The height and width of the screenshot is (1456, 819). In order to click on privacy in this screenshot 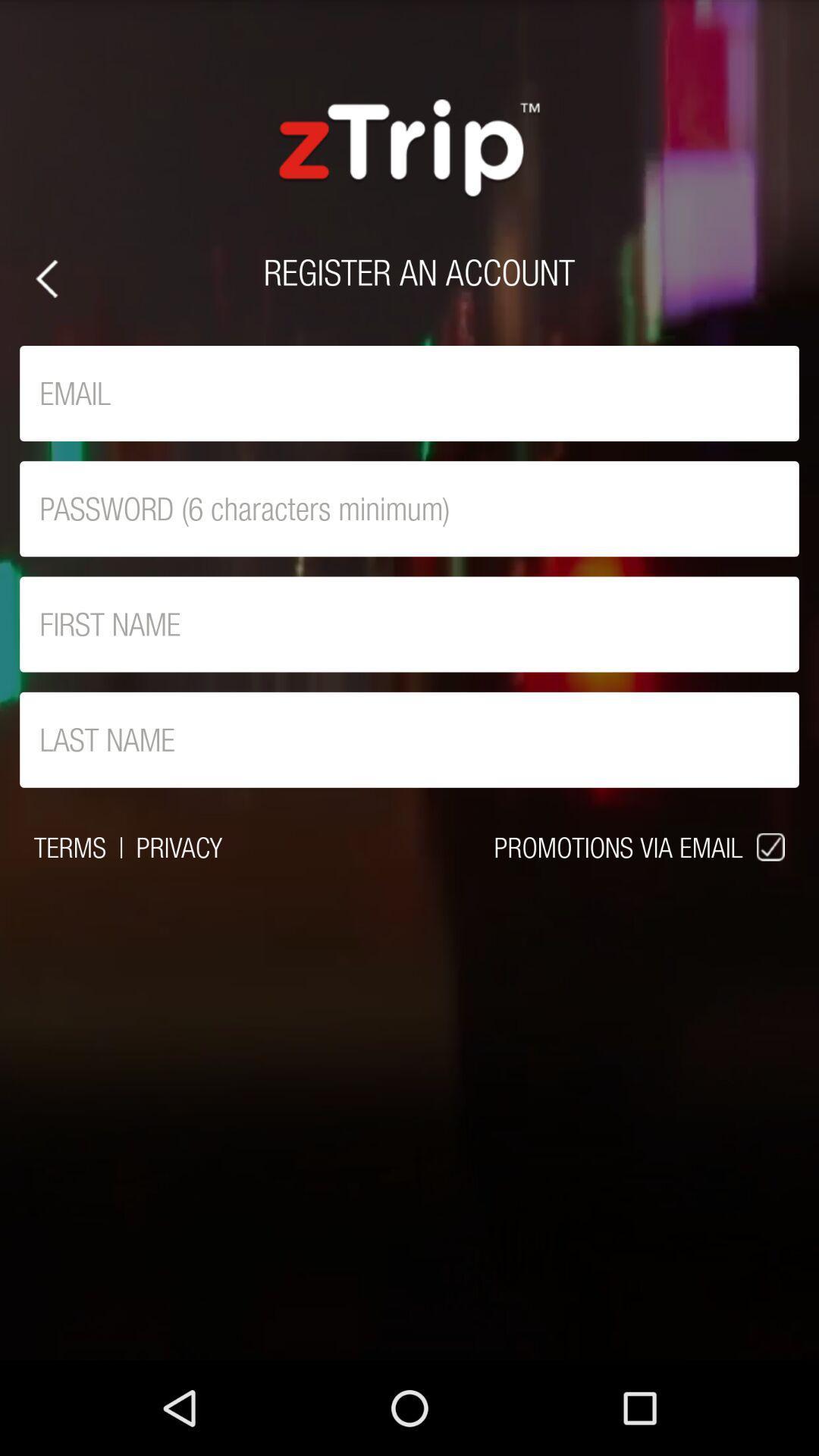, I will do `click(178, 846)`.